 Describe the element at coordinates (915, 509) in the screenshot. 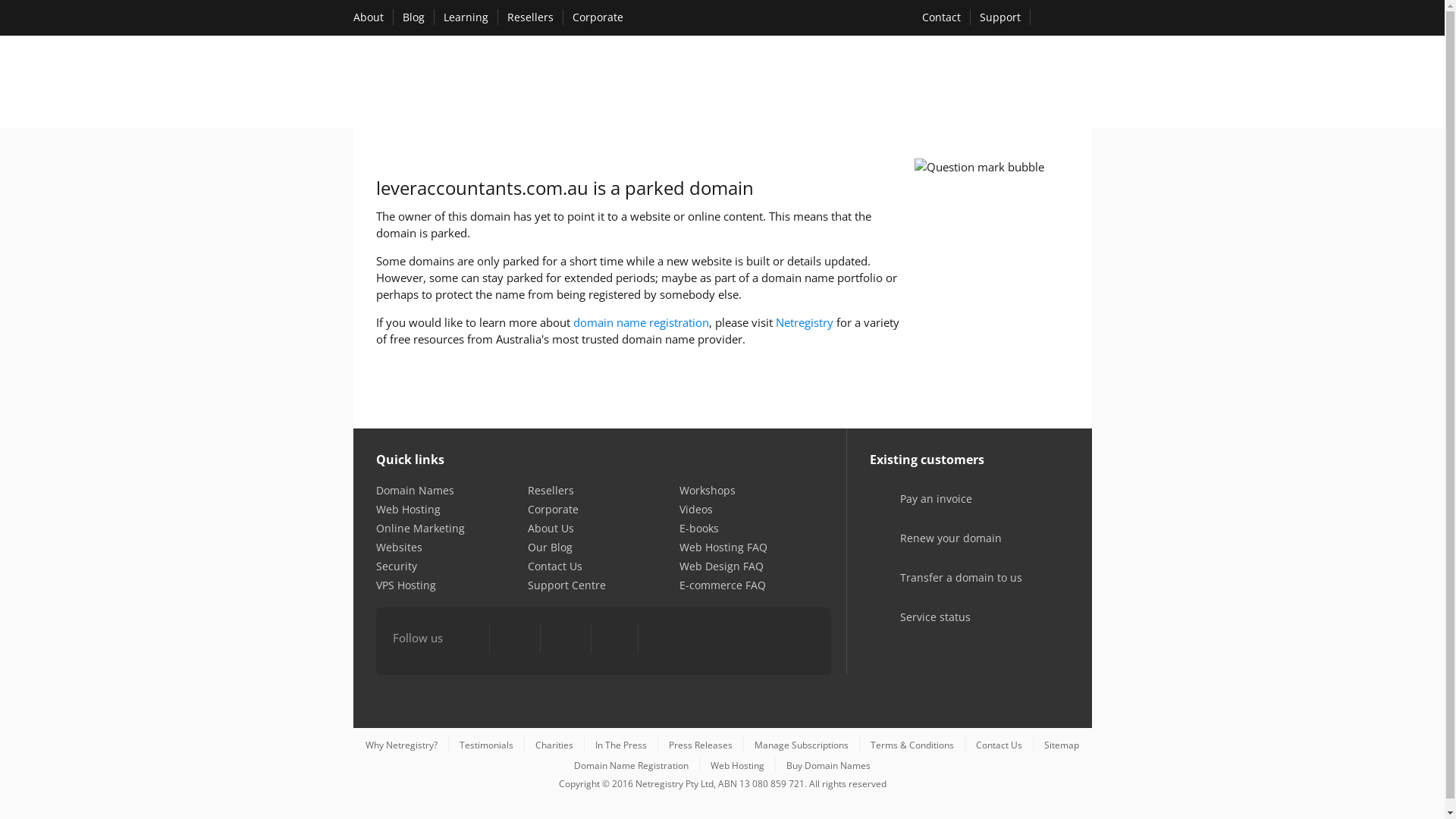

I see `'Pay an invoice'` at that location.